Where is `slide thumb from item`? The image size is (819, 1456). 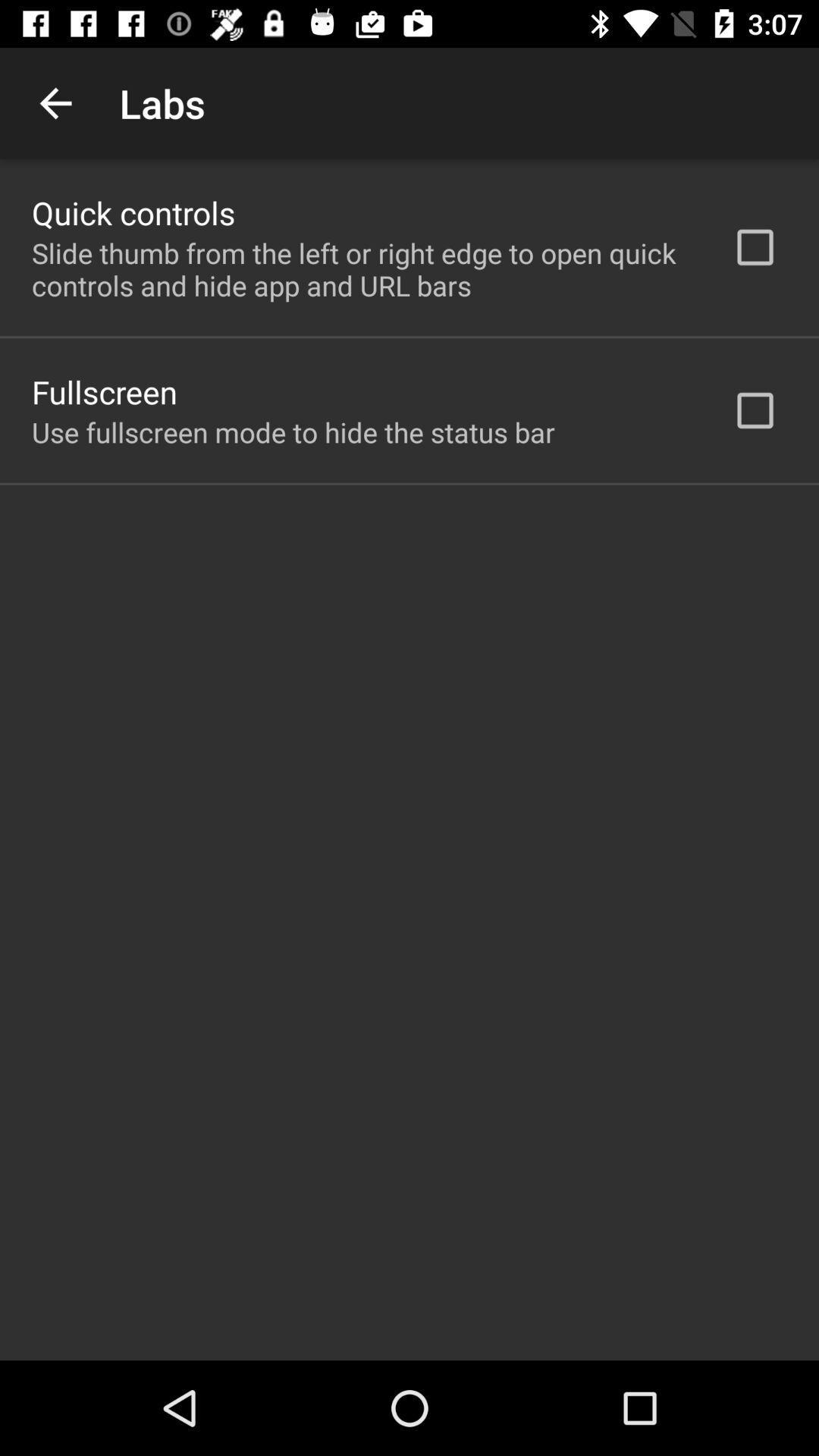 slide thumb from item is located at coordinates (362, 269).